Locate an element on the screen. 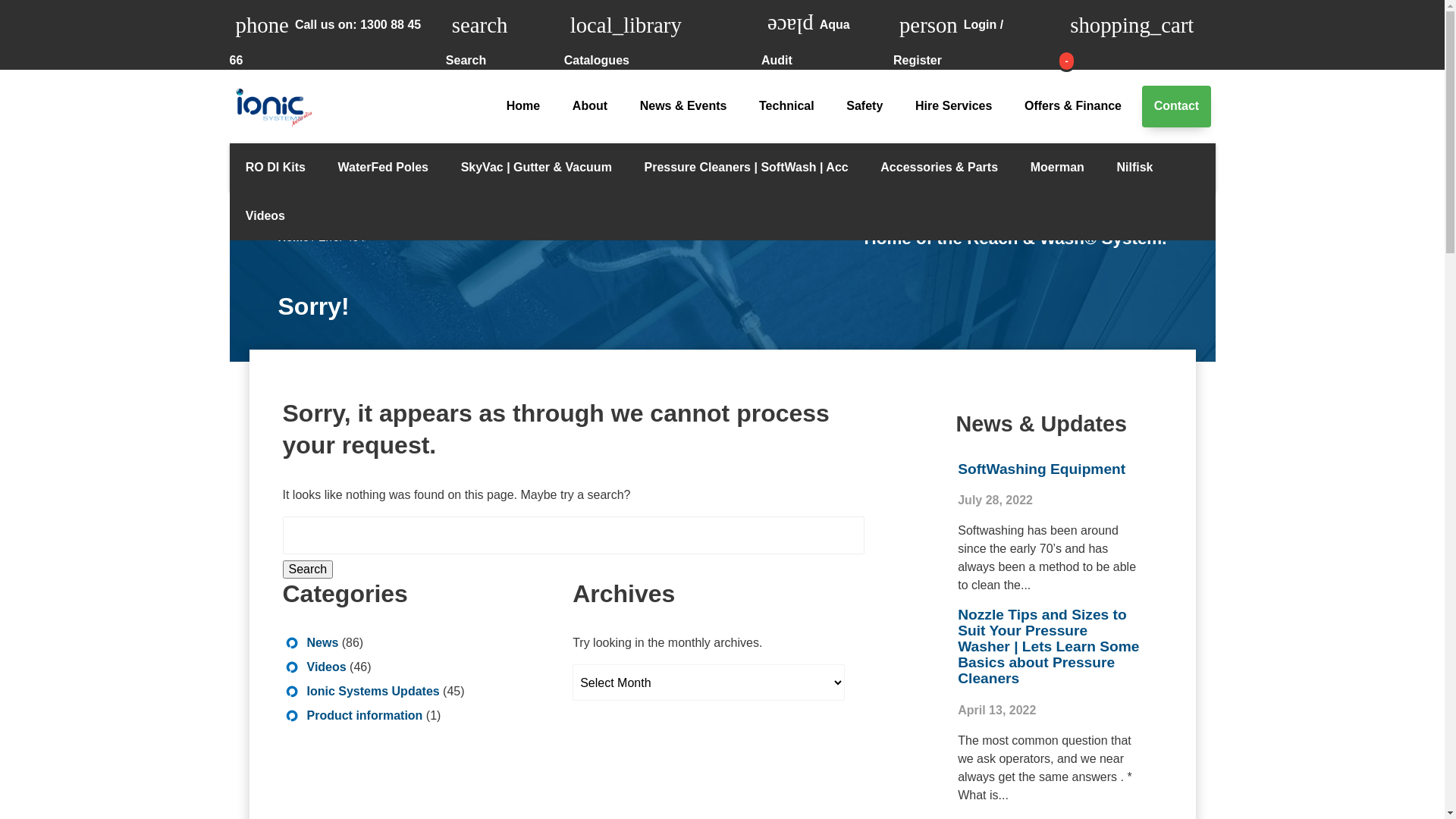  'personLogin / Register' is located at coordinates (893, 34).